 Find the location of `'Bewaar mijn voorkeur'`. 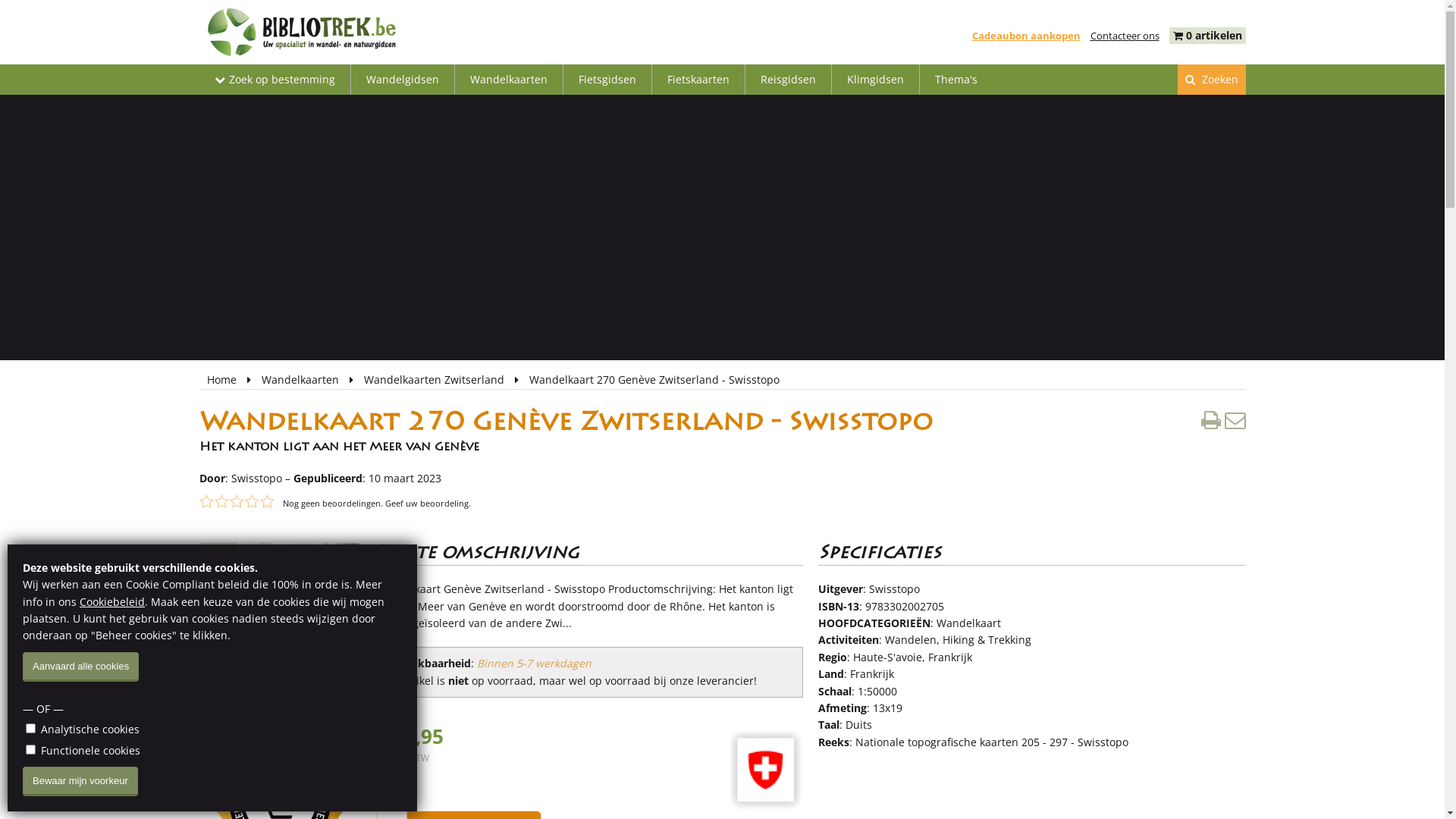

'Bewaar mijn voorkeur' is located at coordinates (79, 781).